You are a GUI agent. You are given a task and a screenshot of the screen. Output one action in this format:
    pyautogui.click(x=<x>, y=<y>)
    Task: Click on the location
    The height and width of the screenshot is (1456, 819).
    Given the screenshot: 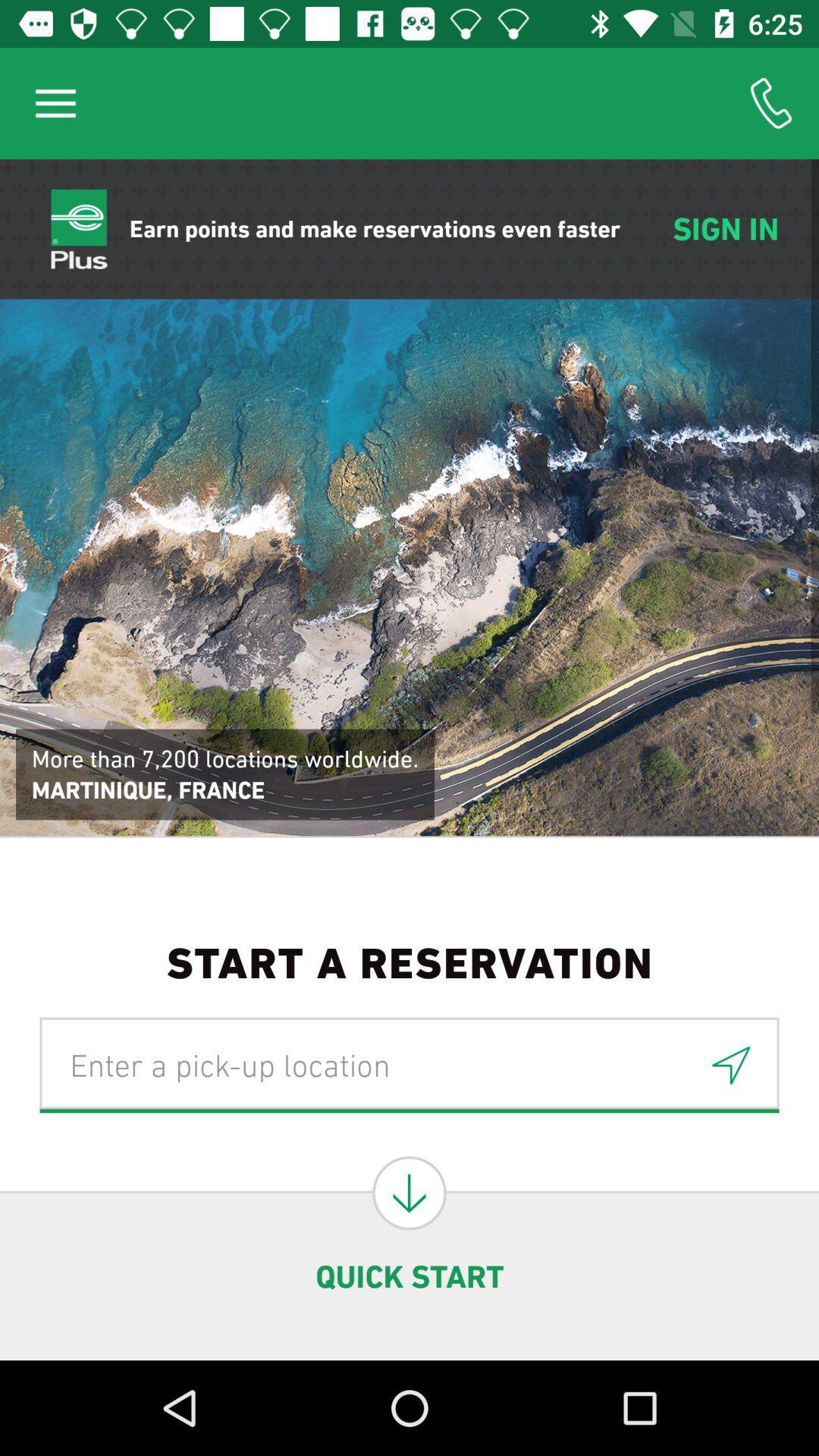 What is the action you would take?
    pyautogui.click(x=730, y=1064)
    